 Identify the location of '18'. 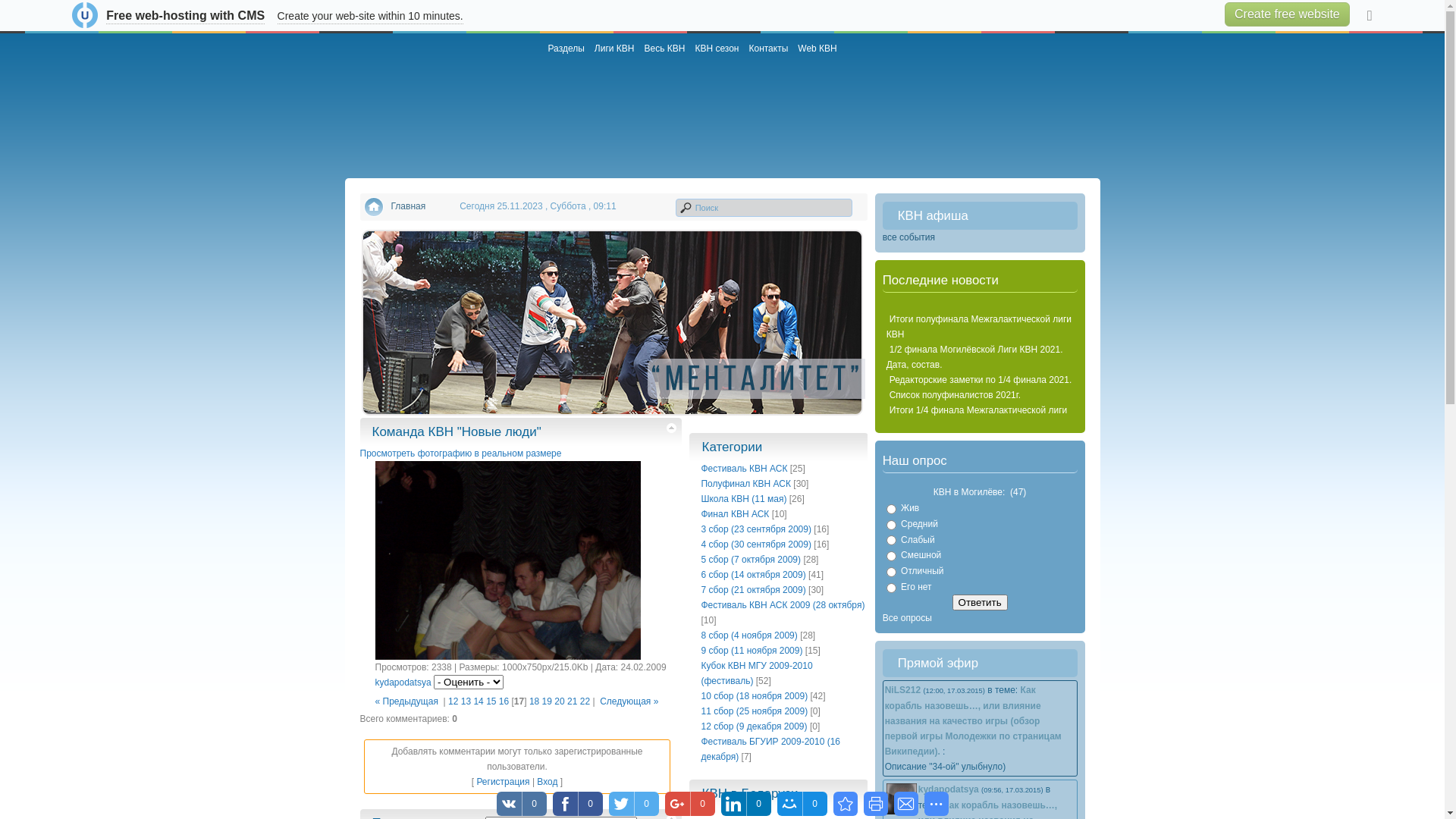
(534, 701).